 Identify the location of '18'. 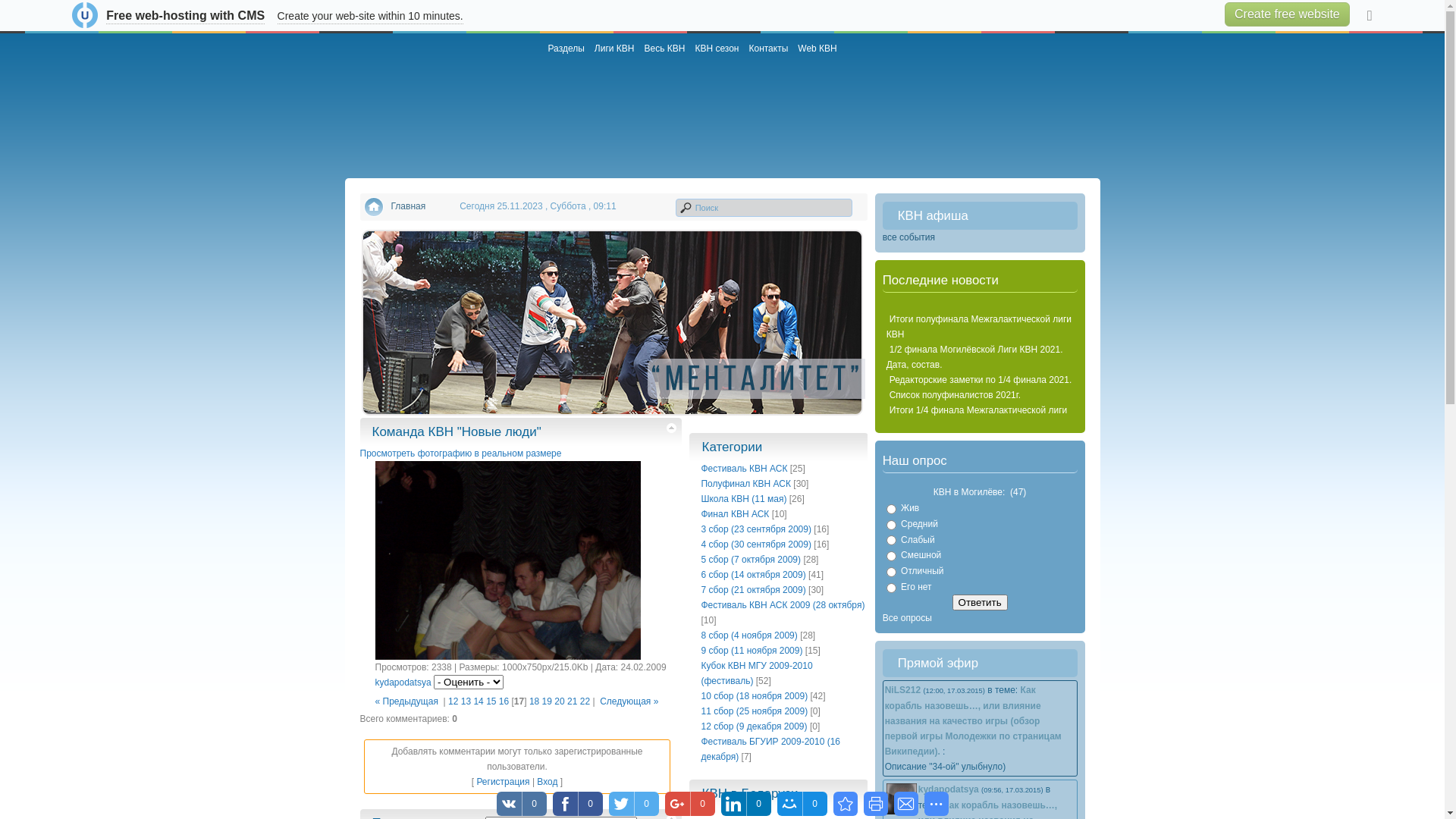
(534, 701).